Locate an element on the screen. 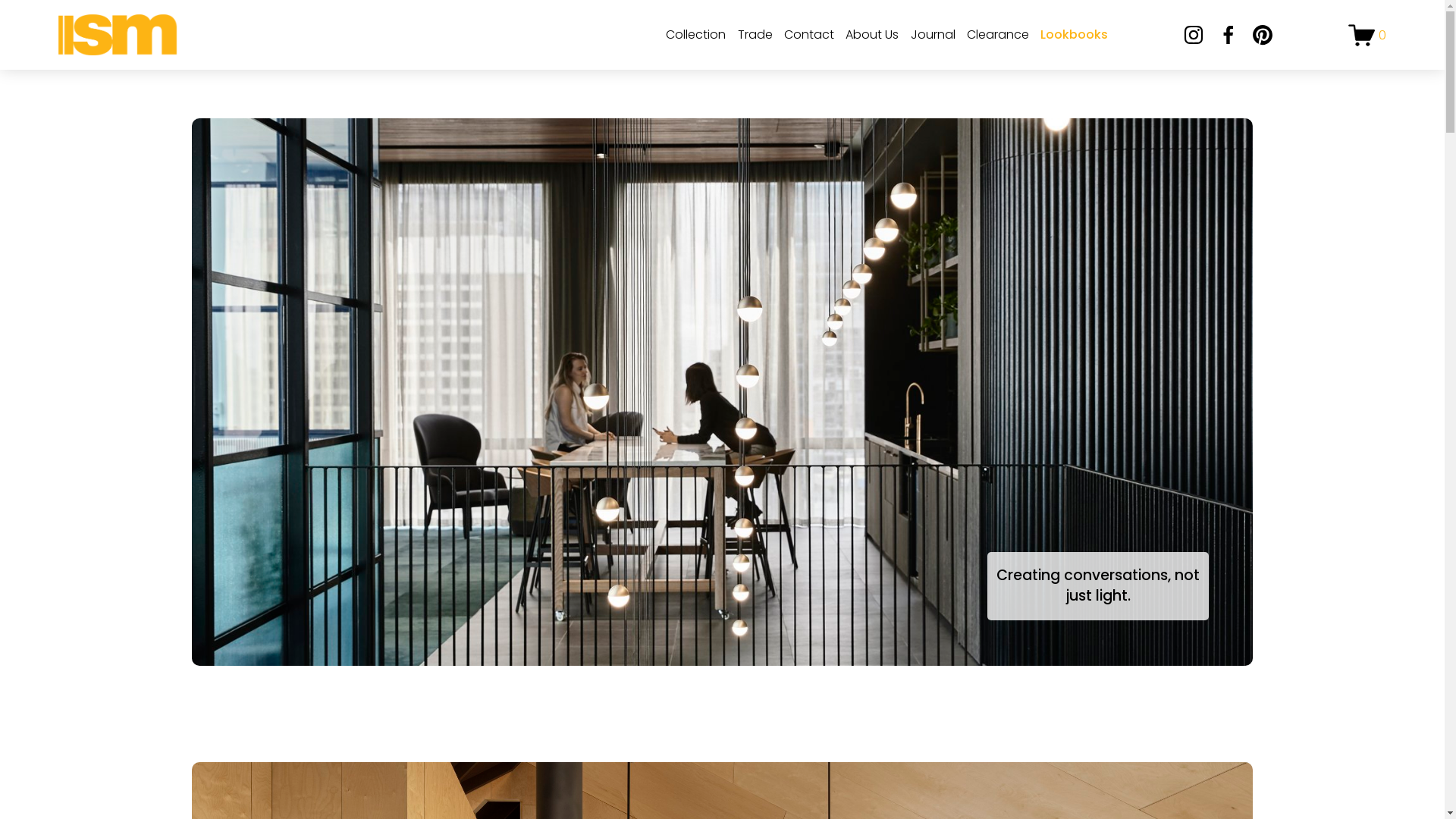  'Collection' is located at coordinates (666, 34).